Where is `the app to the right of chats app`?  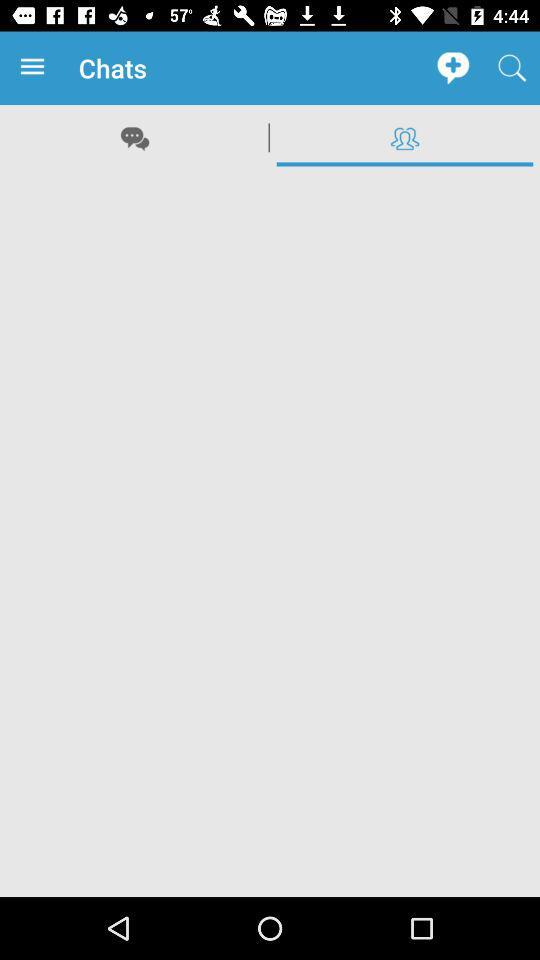 the app to the right of chats app is located at coordinates (453, 68).